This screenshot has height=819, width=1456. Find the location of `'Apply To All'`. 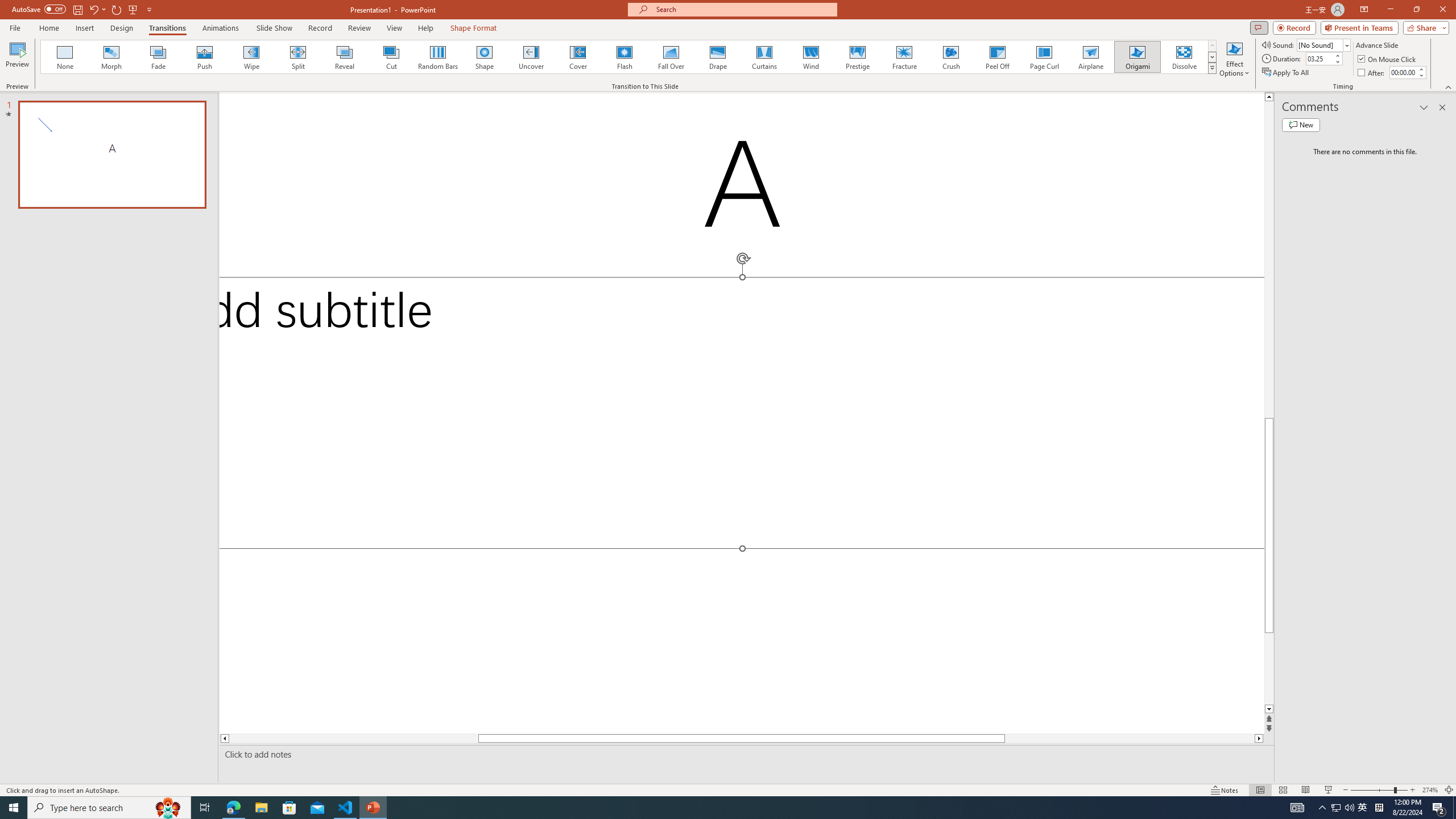

'Apply To All' is located at coordinates (1287, 72).